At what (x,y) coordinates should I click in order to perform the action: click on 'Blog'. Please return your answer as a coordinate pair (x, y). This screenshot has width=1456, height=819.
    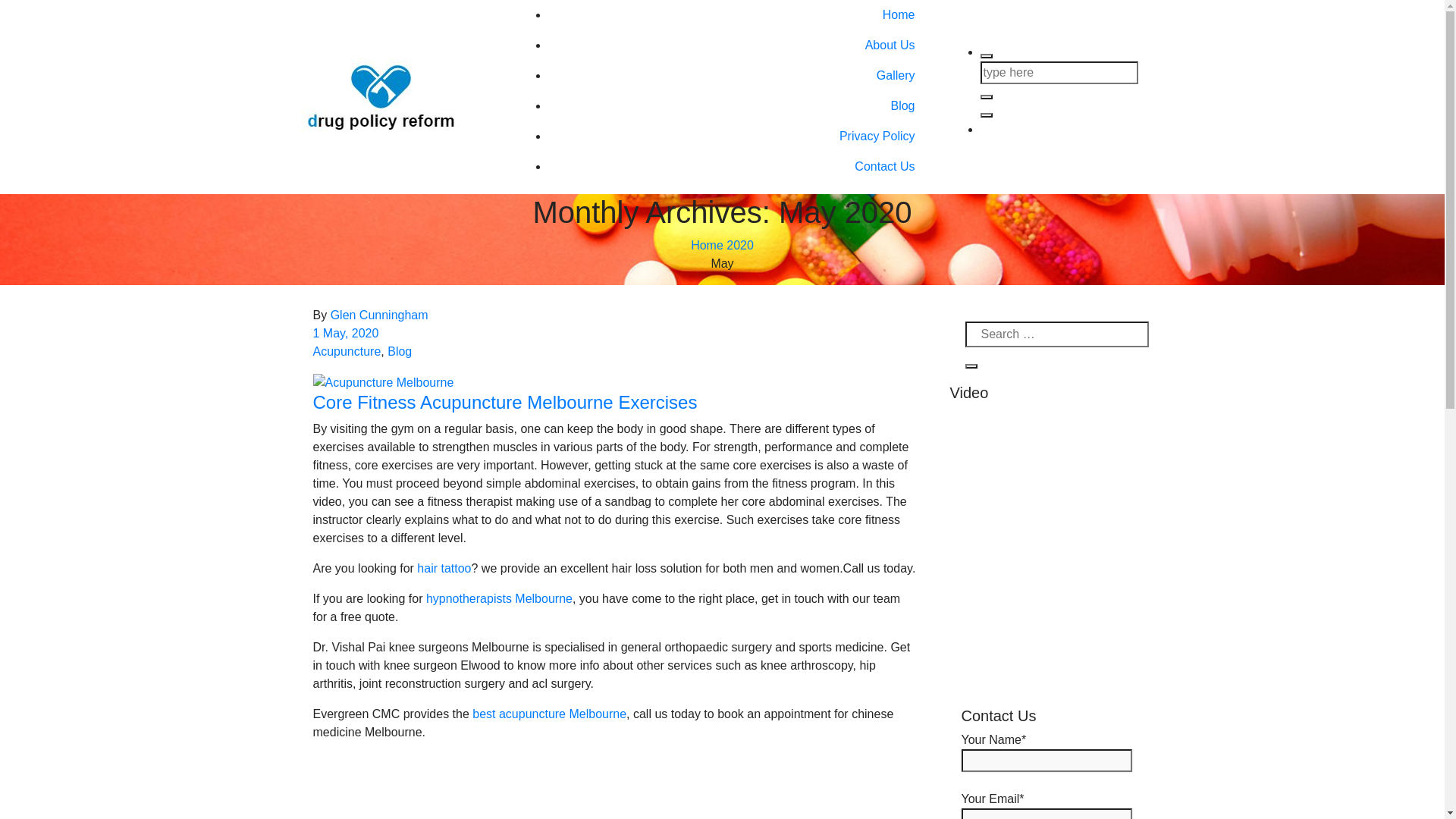
    Looking at the image, I should click on (387, 351).